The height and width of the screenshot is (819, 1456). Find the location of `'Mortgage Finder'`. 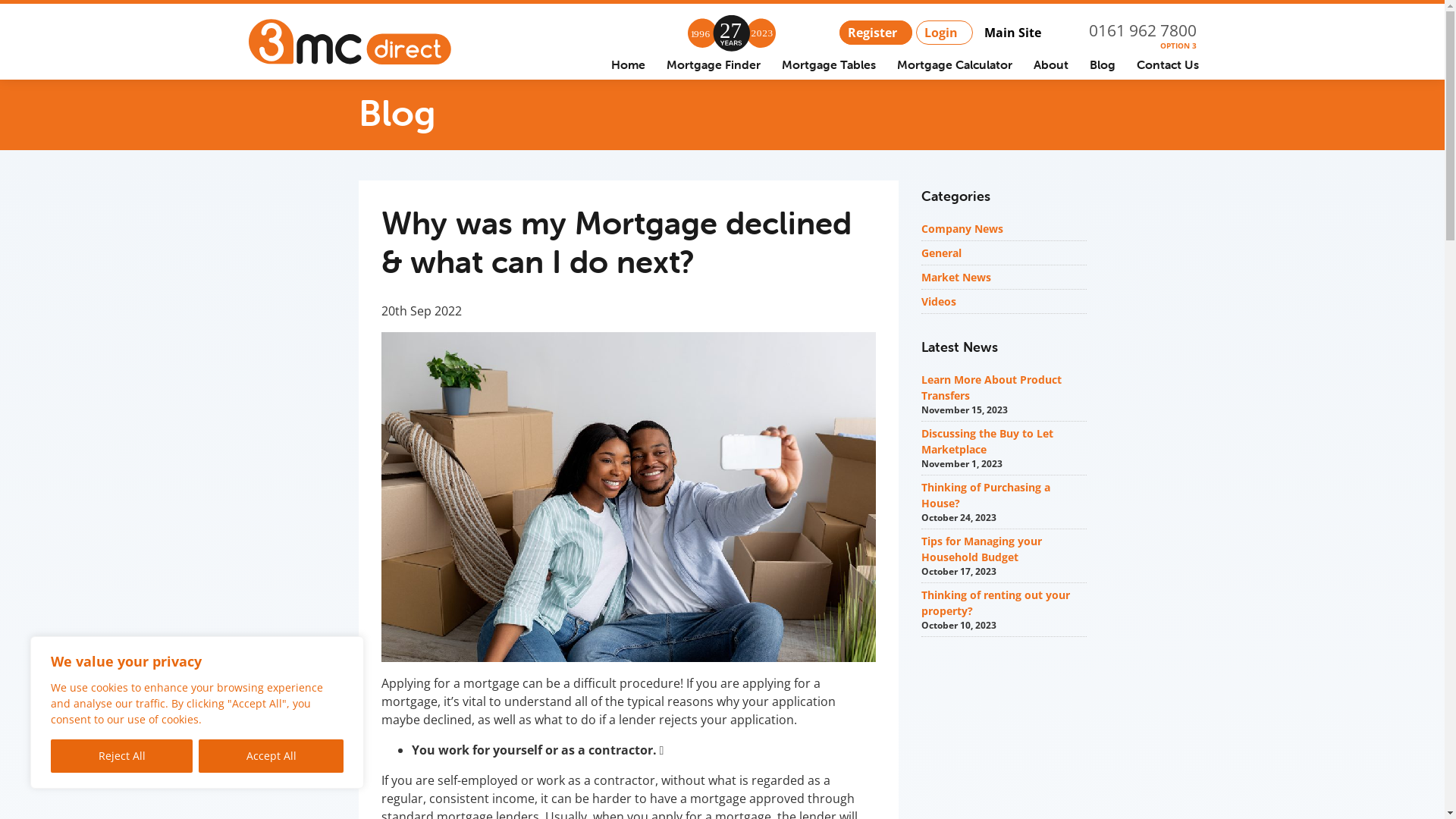

'Mortgage Finder' is located at coordinates (656, 63).